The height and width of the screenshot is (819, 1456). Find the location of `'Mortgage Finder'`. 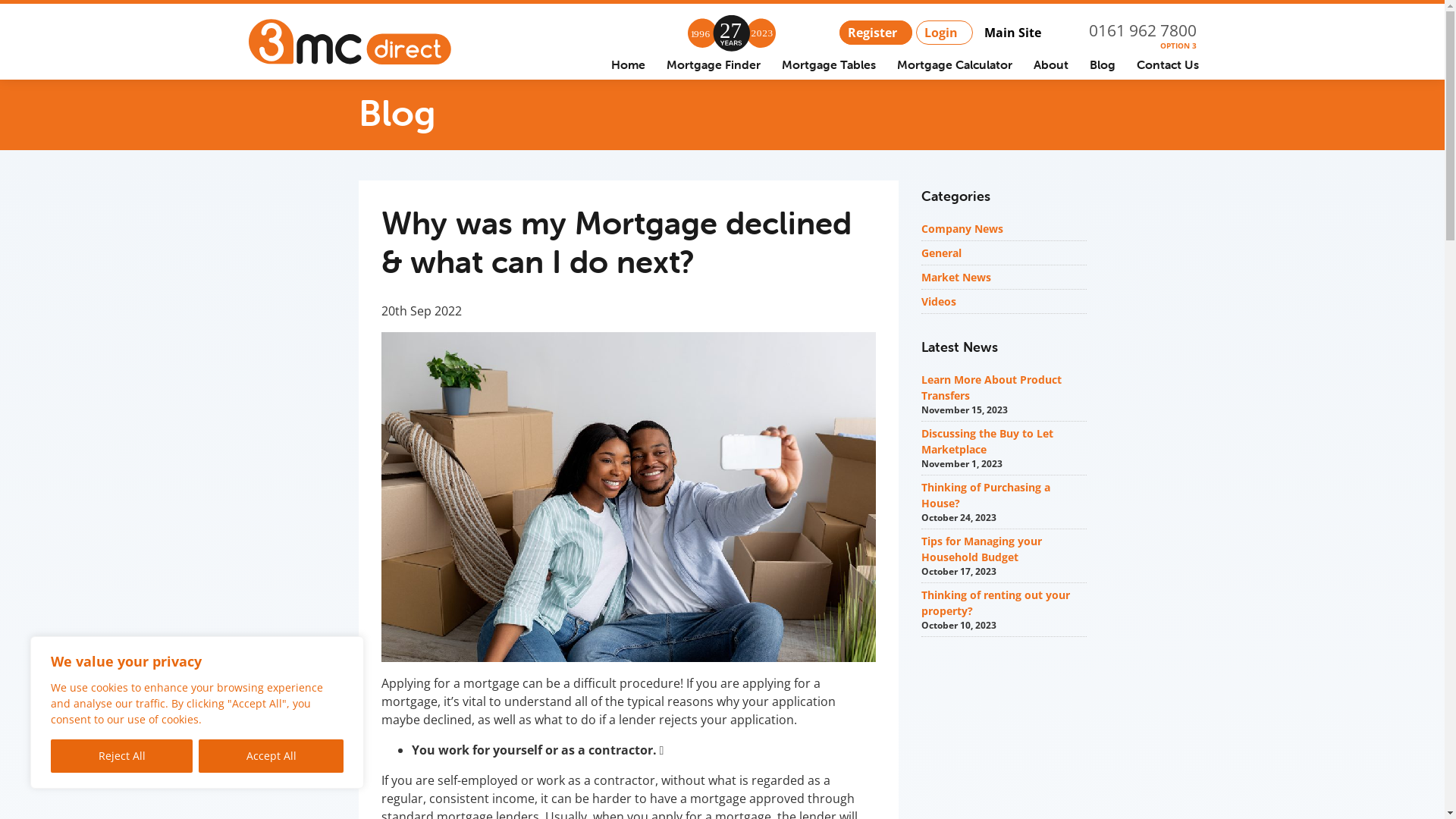

'Mortgage Finder' is located at coordinates (656, 63).